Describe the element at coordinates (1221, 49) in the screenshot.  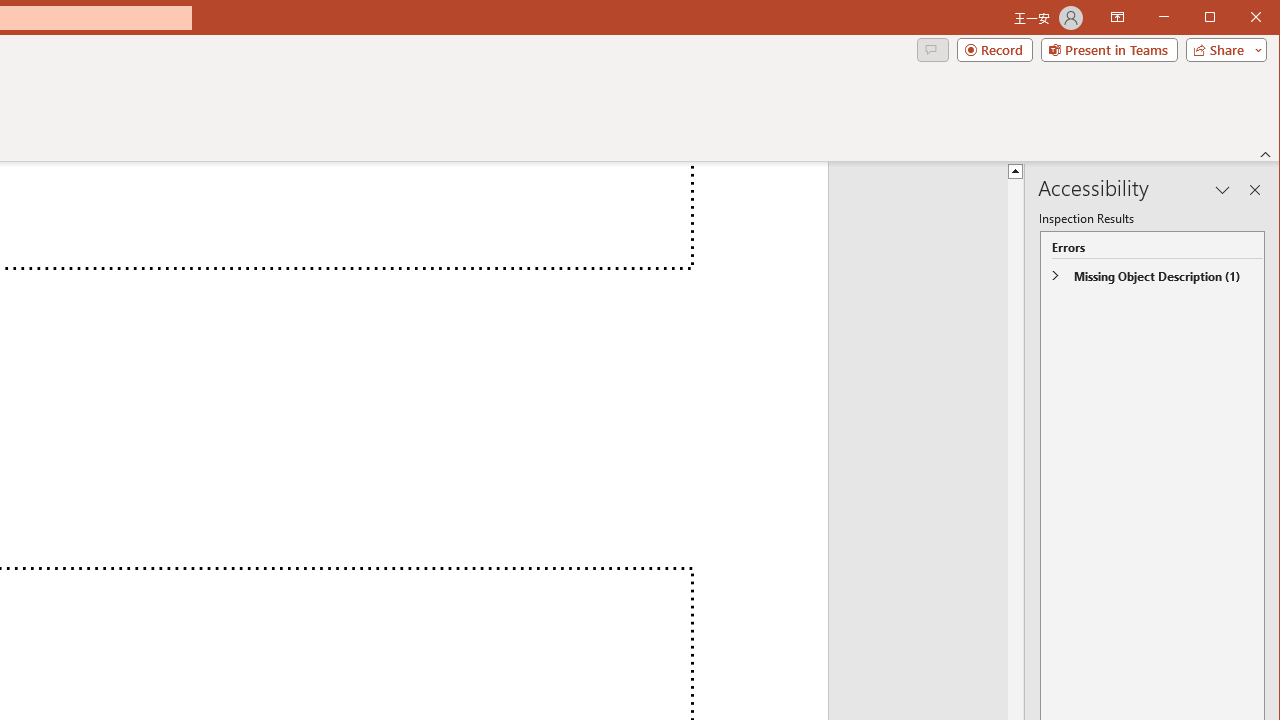
I see `'Share'` at that location.